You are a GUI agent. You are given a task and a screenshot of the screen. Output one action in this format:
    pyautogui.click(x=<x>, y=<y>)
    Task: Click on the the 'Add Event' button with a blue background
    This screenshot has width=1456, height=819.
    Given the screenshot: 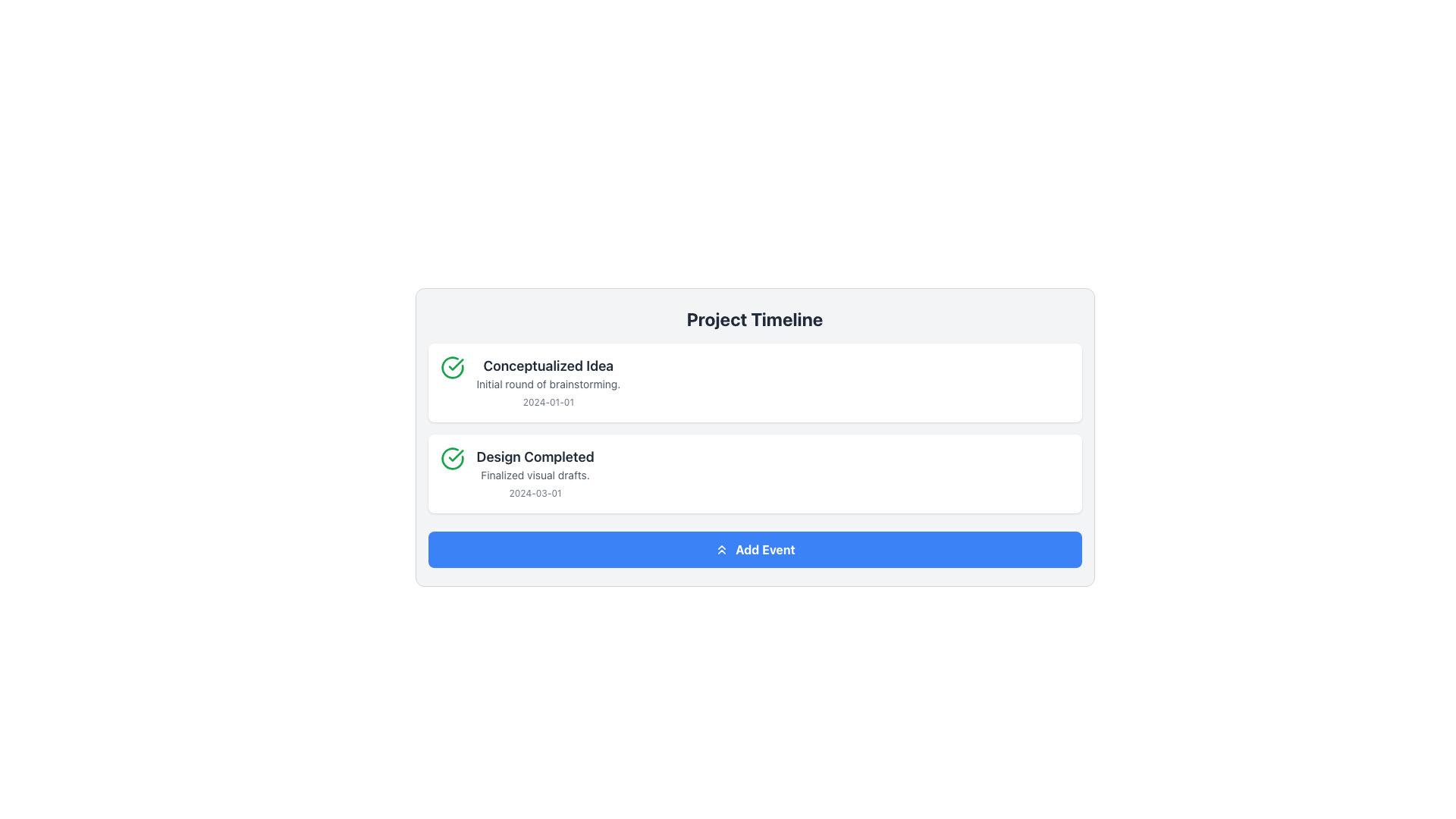 What is the action you would take?
    pyautogui.click(x=755, y=550)
    